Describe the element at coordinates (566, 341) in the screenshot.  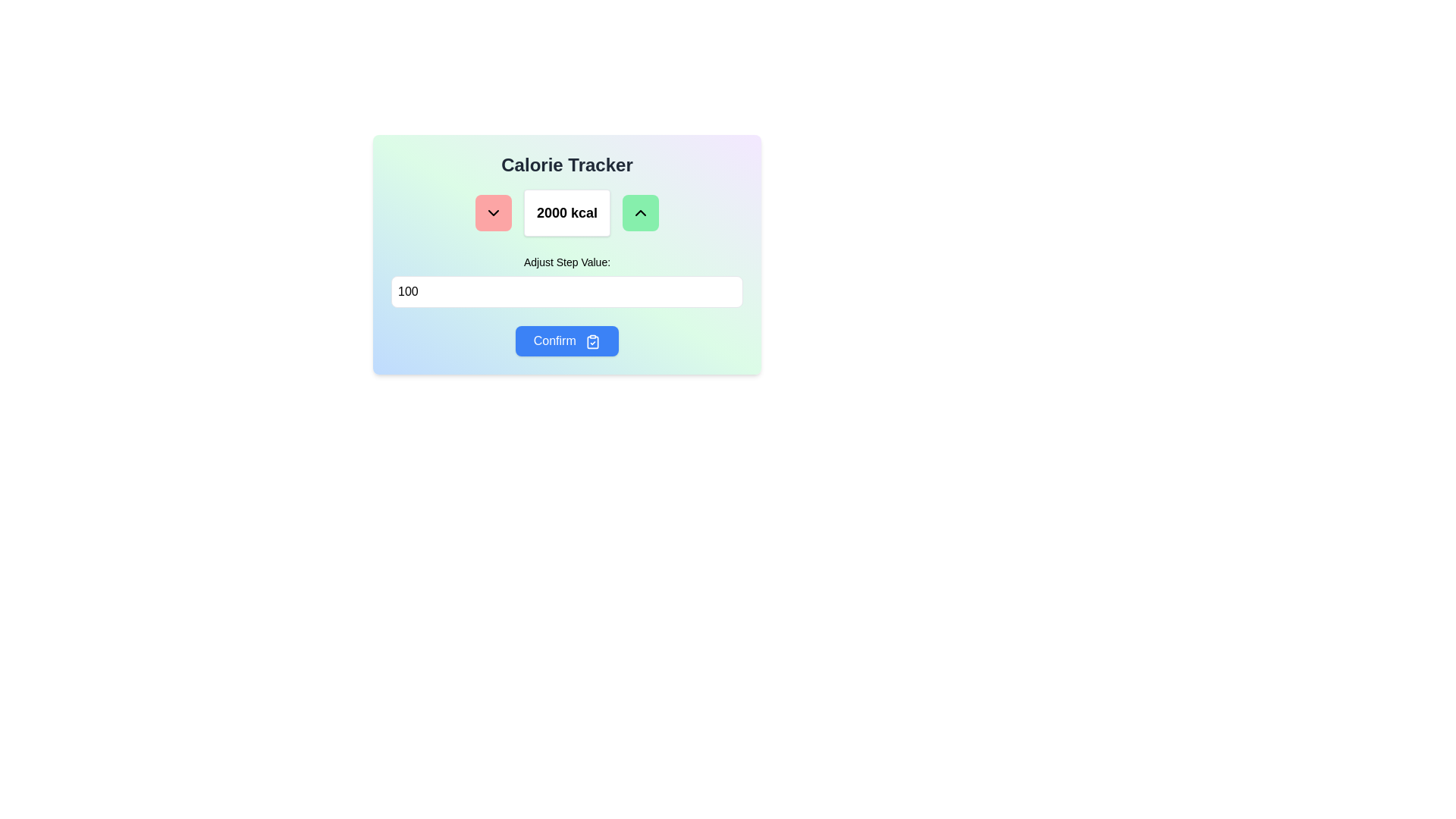
I see `the blue 'Confirm' button with white text` at that location.